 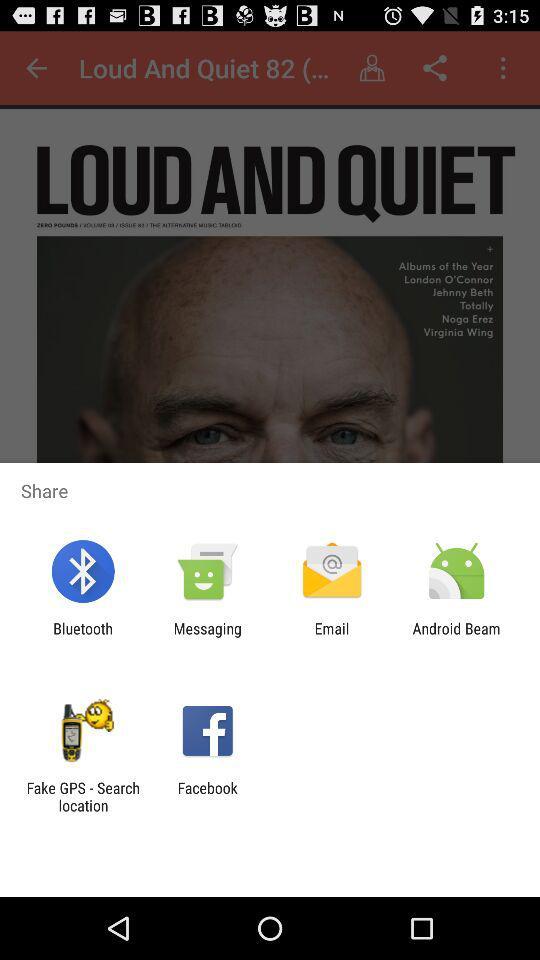 I want to click on the messaging app, so click(x=206, y=636).